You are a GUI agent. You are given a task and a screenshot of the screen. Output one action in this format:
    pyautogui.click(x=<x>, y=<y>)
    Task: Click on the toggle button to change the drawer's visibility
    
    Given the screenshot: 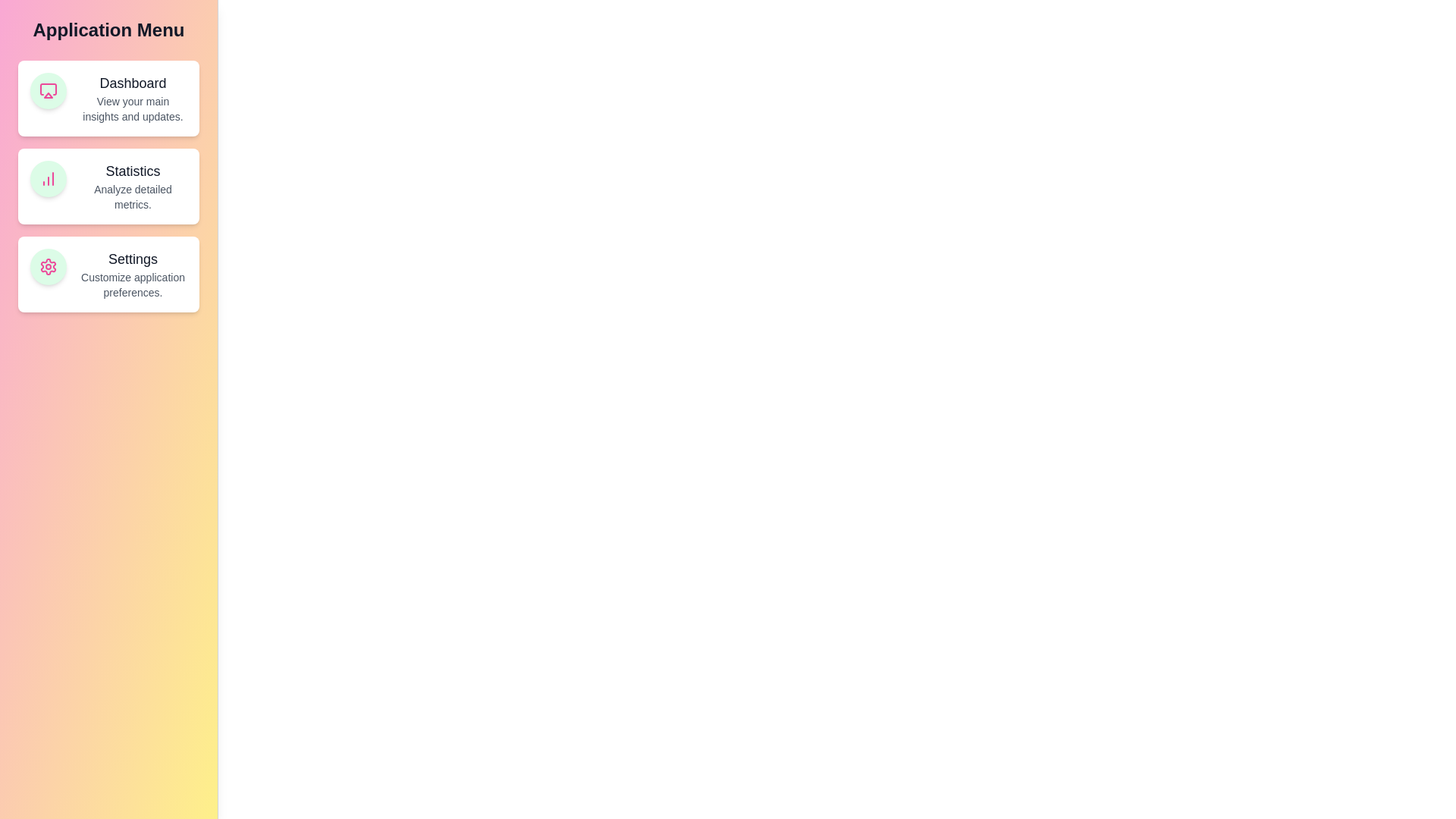 What is the action you would take?
    pyautogui.click(x=30, y=30)
    